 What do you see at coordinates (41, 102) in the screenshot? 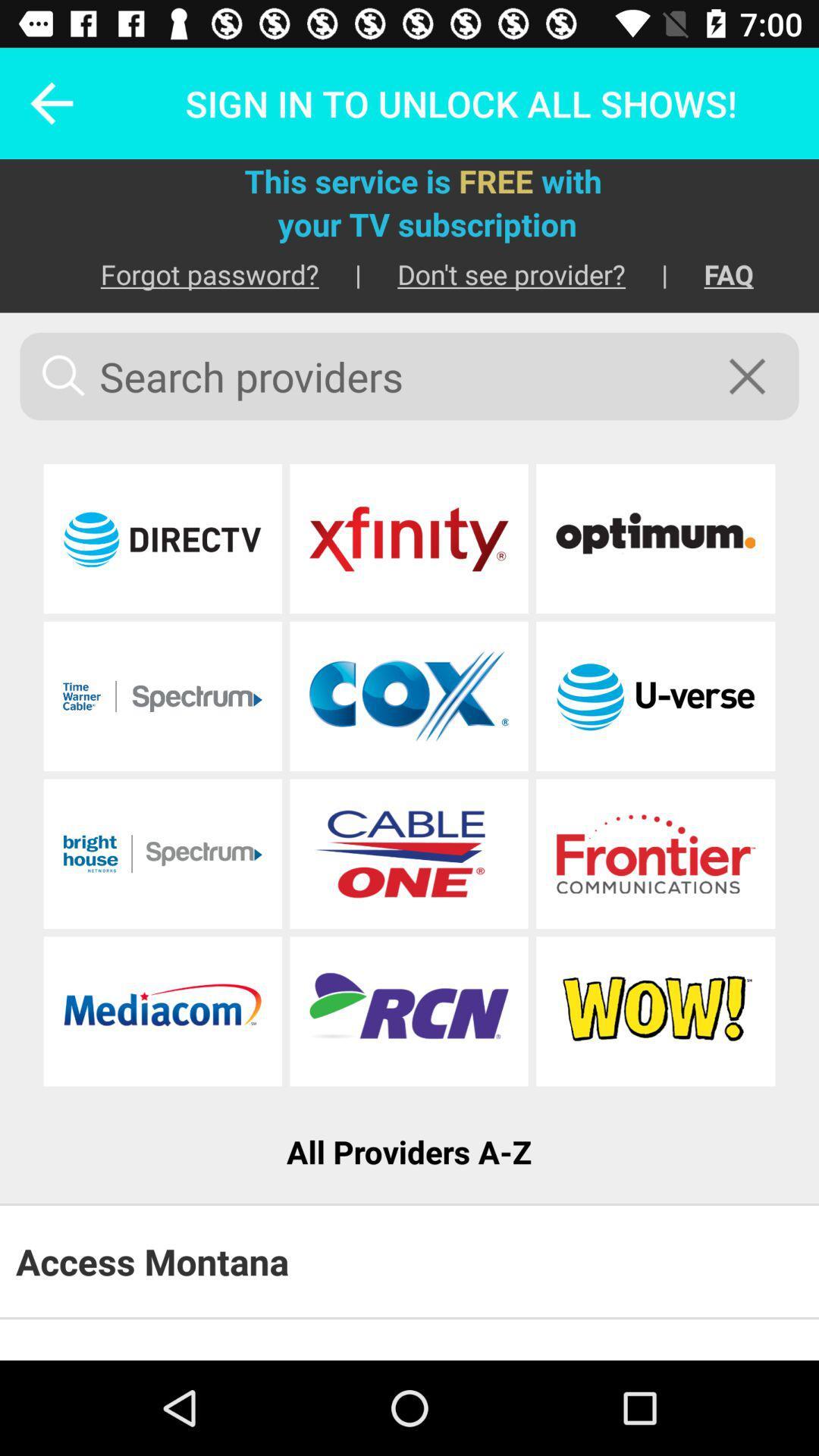
I see `go back` at bounding box center [41, 102].